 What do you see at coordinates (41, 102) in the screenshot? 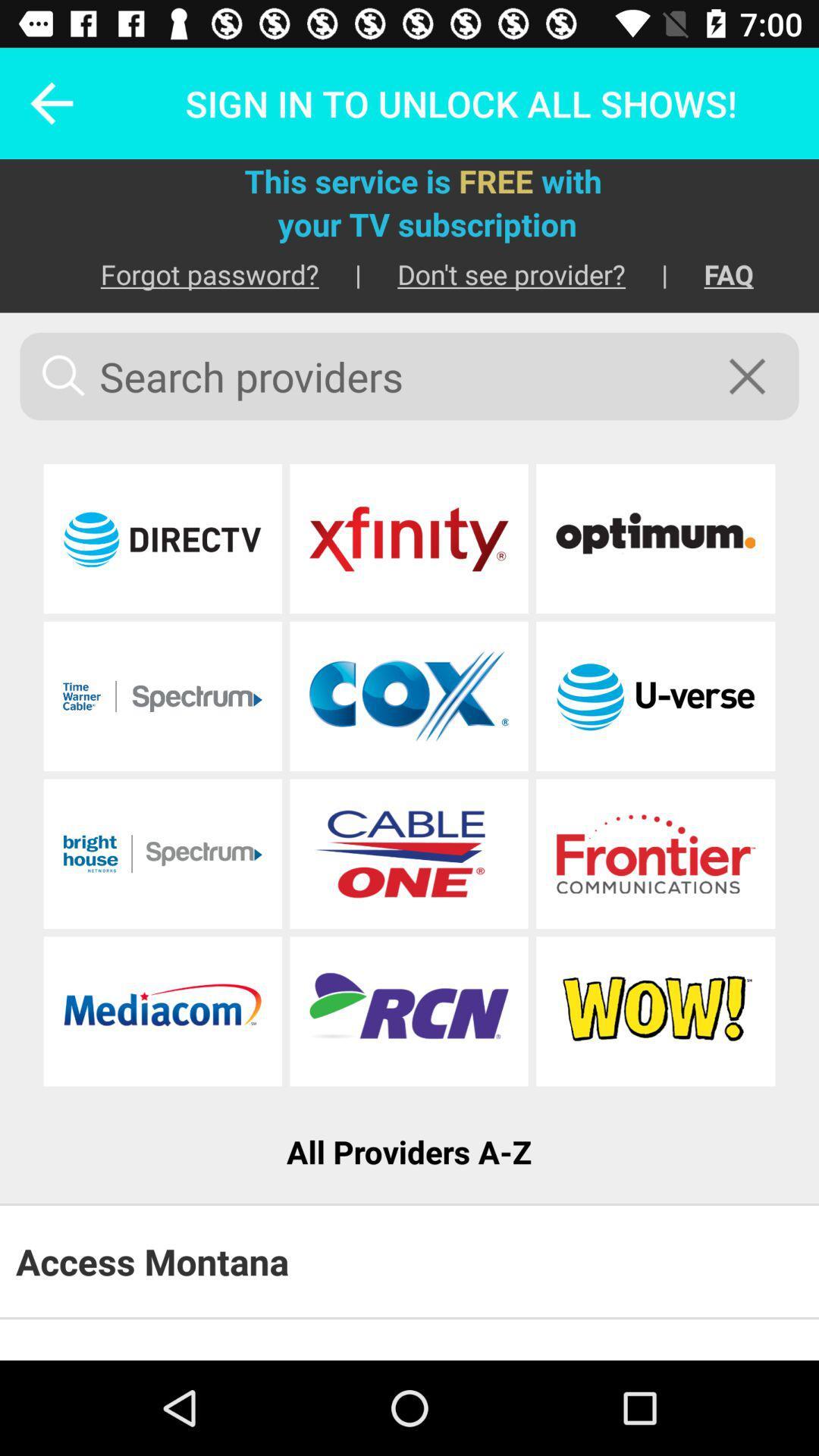
I see `go back` at bounding box center [41, 102].